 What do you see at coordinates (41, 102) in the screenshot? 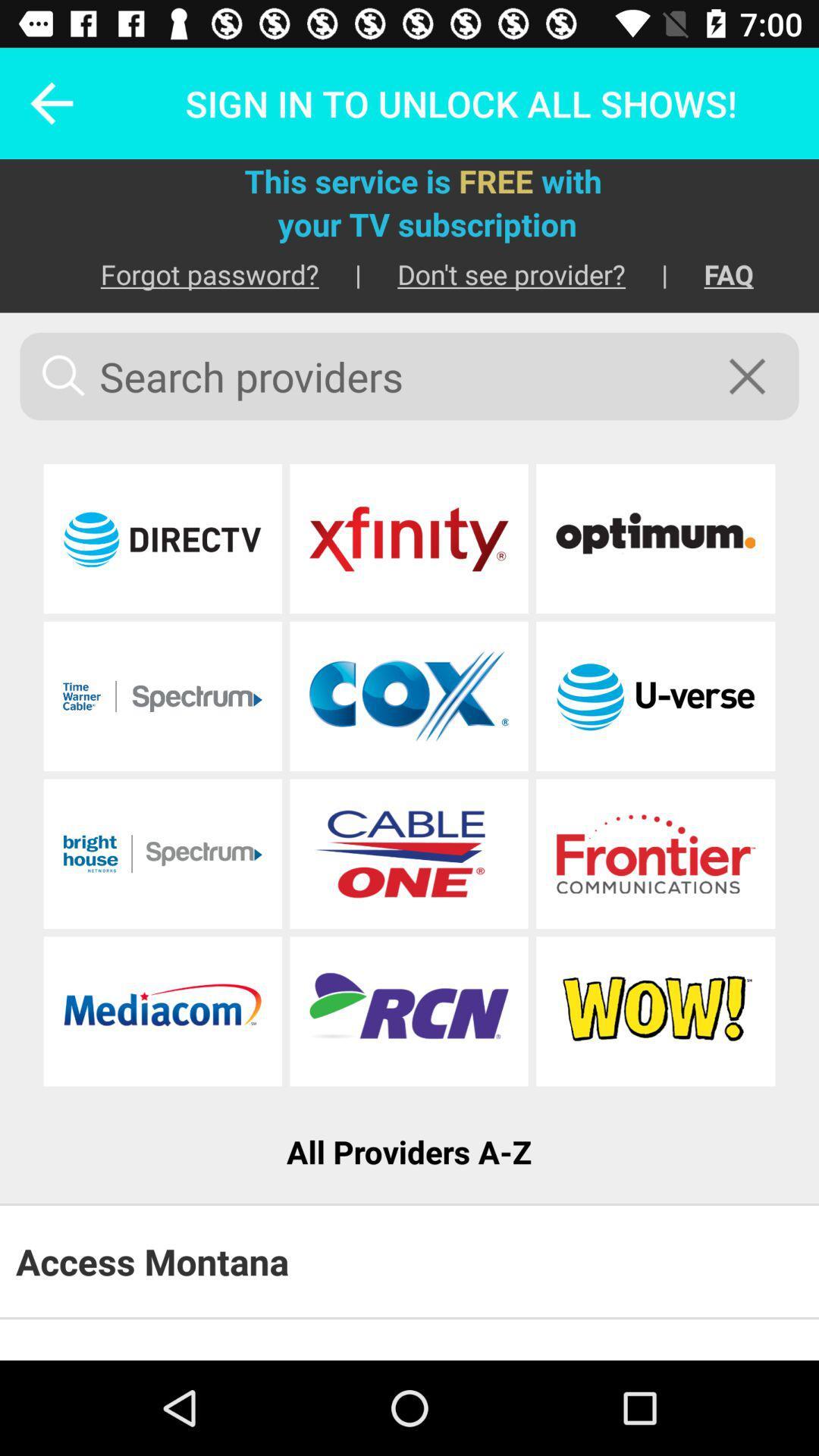
I see `go back` at bounding box center [41, 102].